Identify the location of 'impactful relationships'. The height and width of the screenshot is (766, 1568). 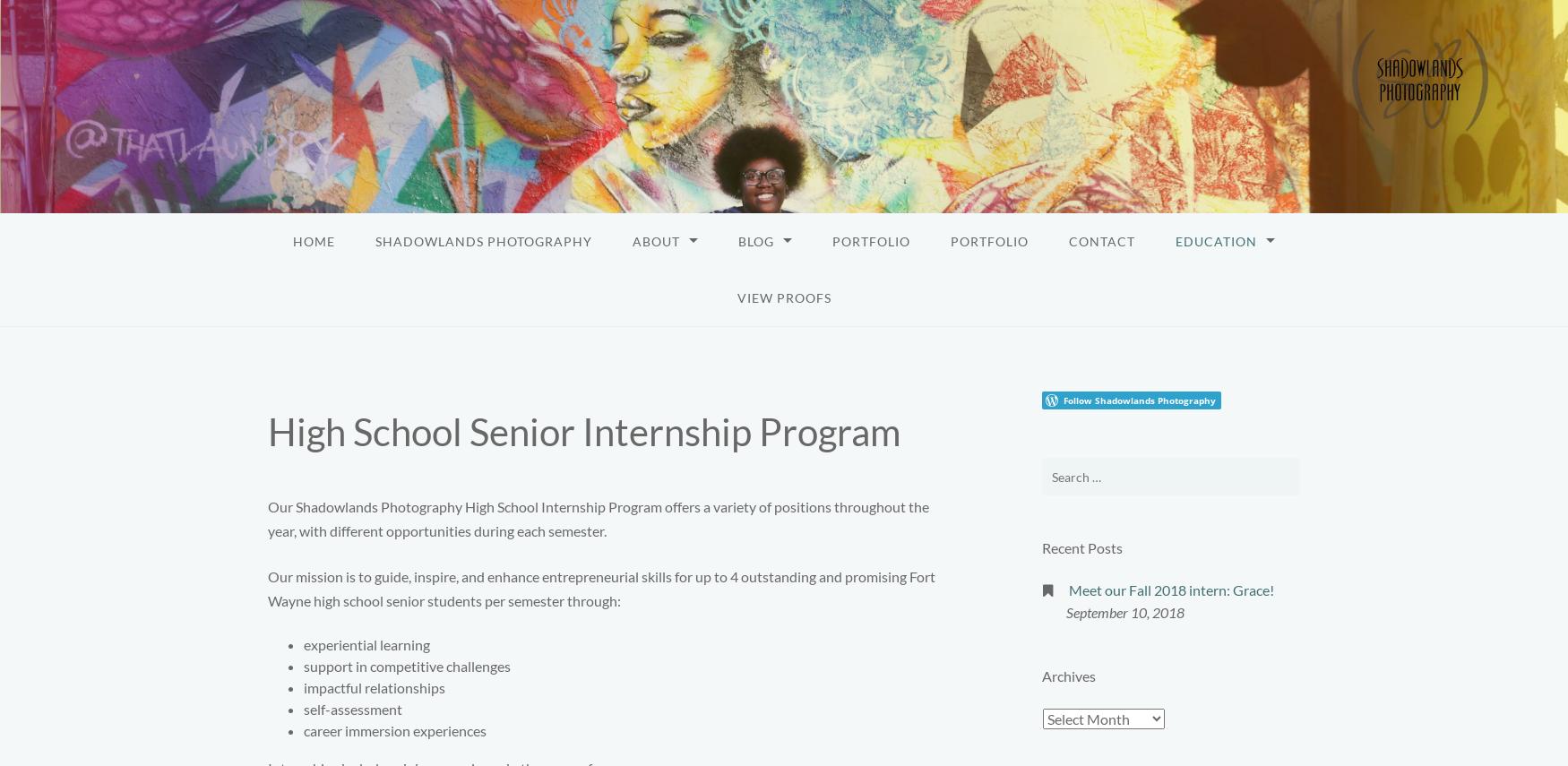
(303, 686).